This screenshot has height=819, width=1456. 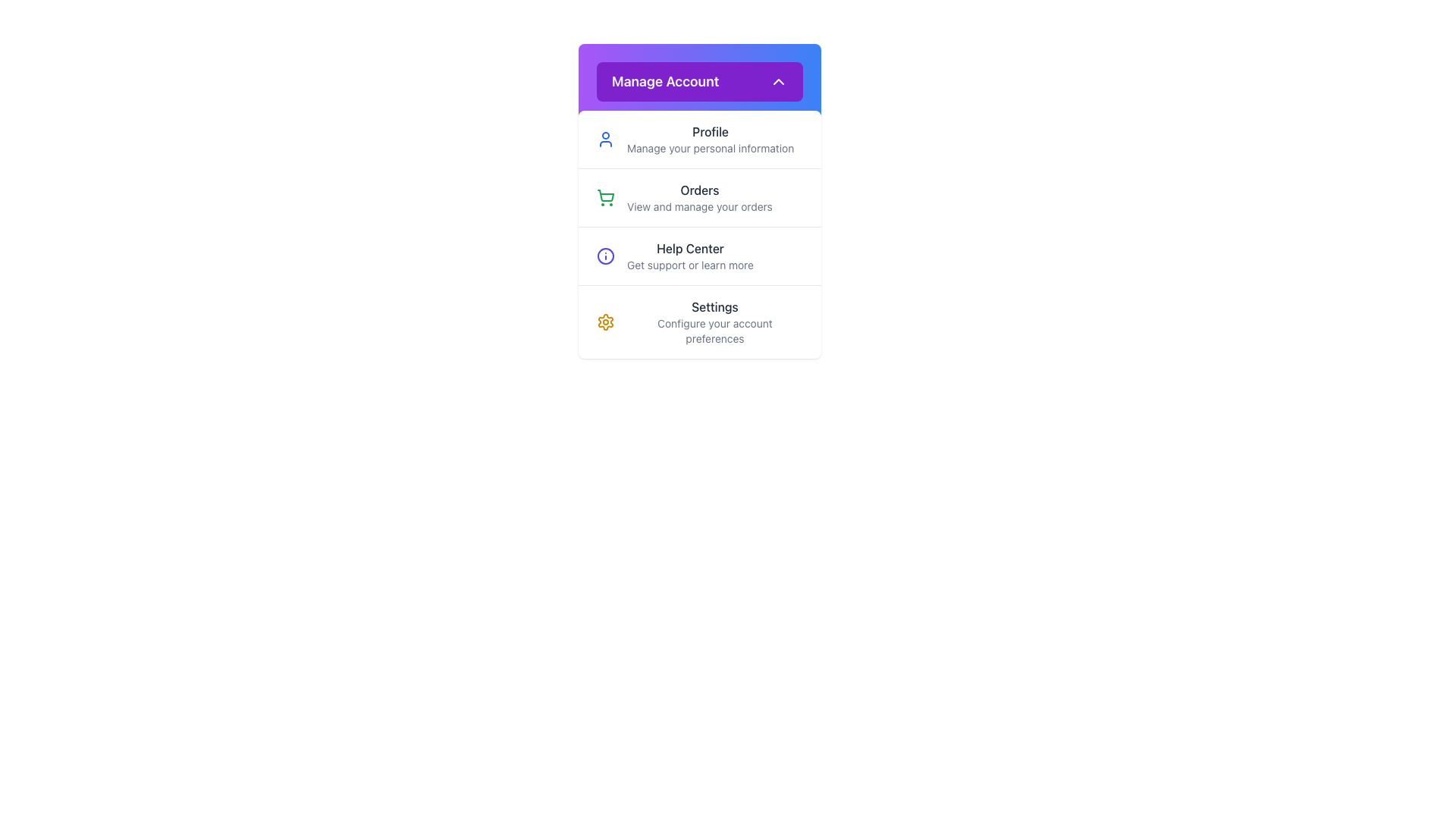 What do you see at coordinates (604, 140) in the screenshot?
I see `the user profile icon, which is a blue circular head and torso outline located to the left of the 'Profile' text in the 'Manage Account' dropdown menu` at bounding box center [604, 140].